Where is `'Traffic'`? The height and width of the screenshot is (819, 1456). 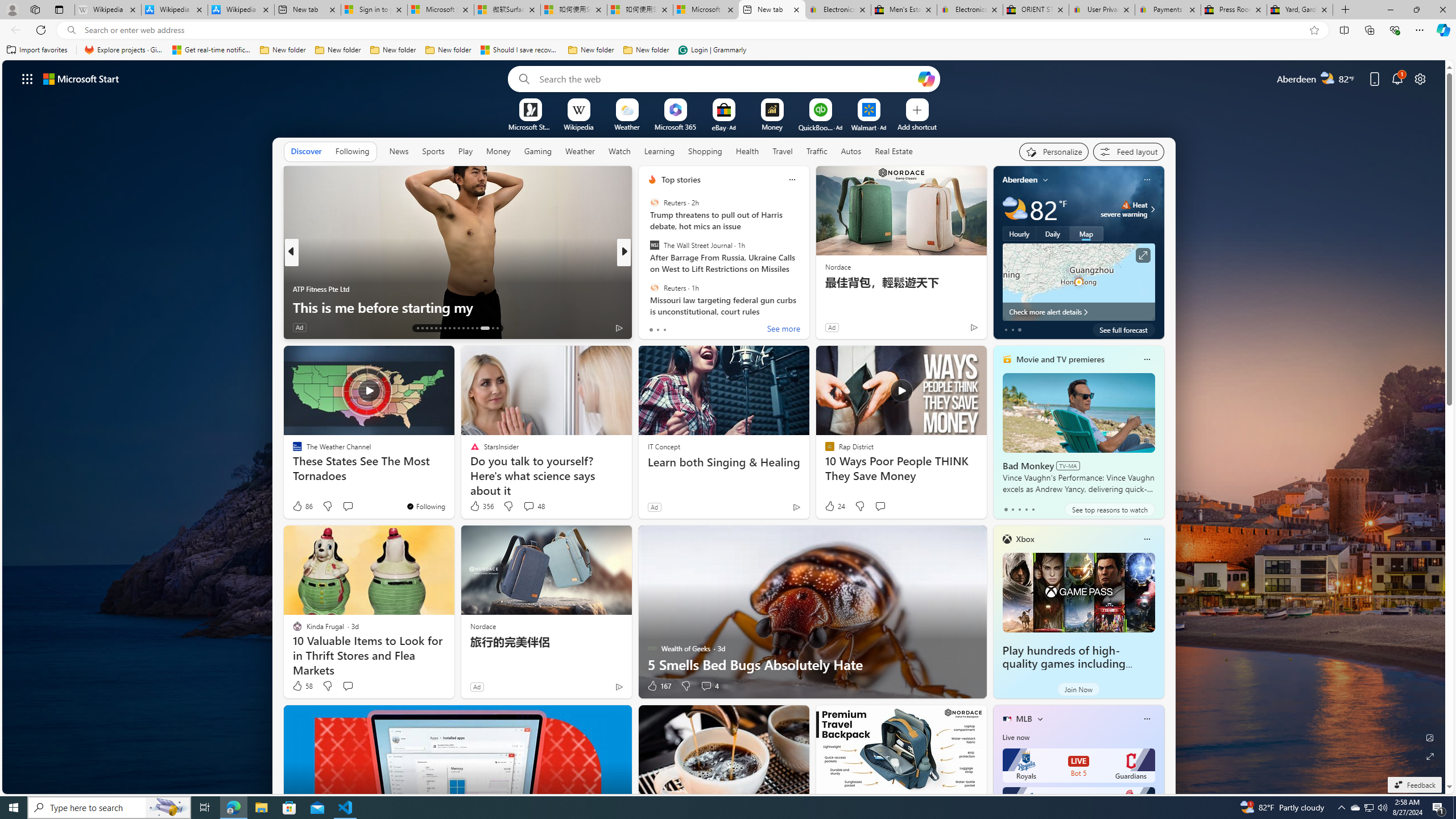
'Traffic' is located at coordinates (816, 151).